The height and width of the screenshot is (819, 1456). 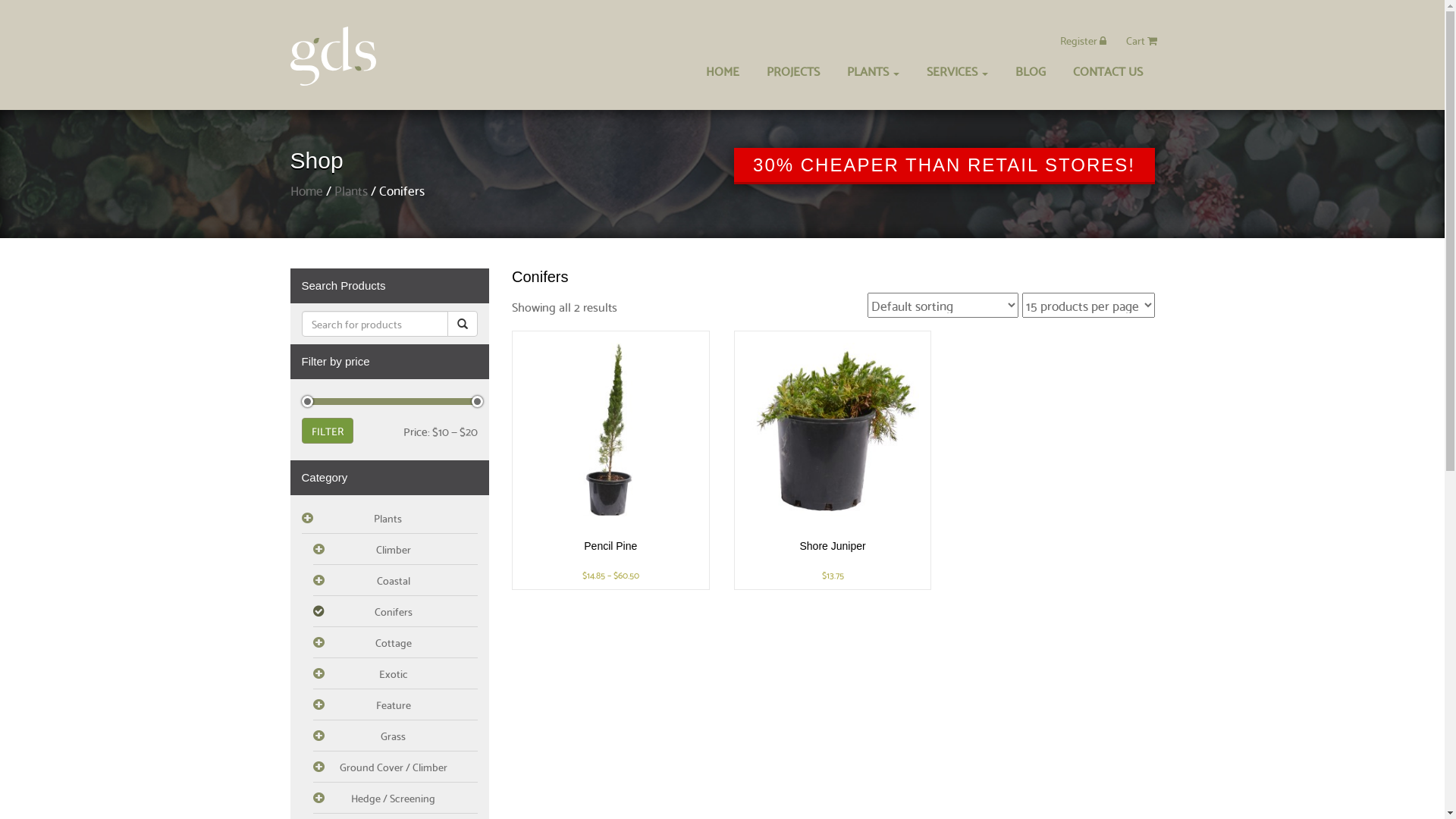 I want to click on 'Register', so click(x=1082, y=39).